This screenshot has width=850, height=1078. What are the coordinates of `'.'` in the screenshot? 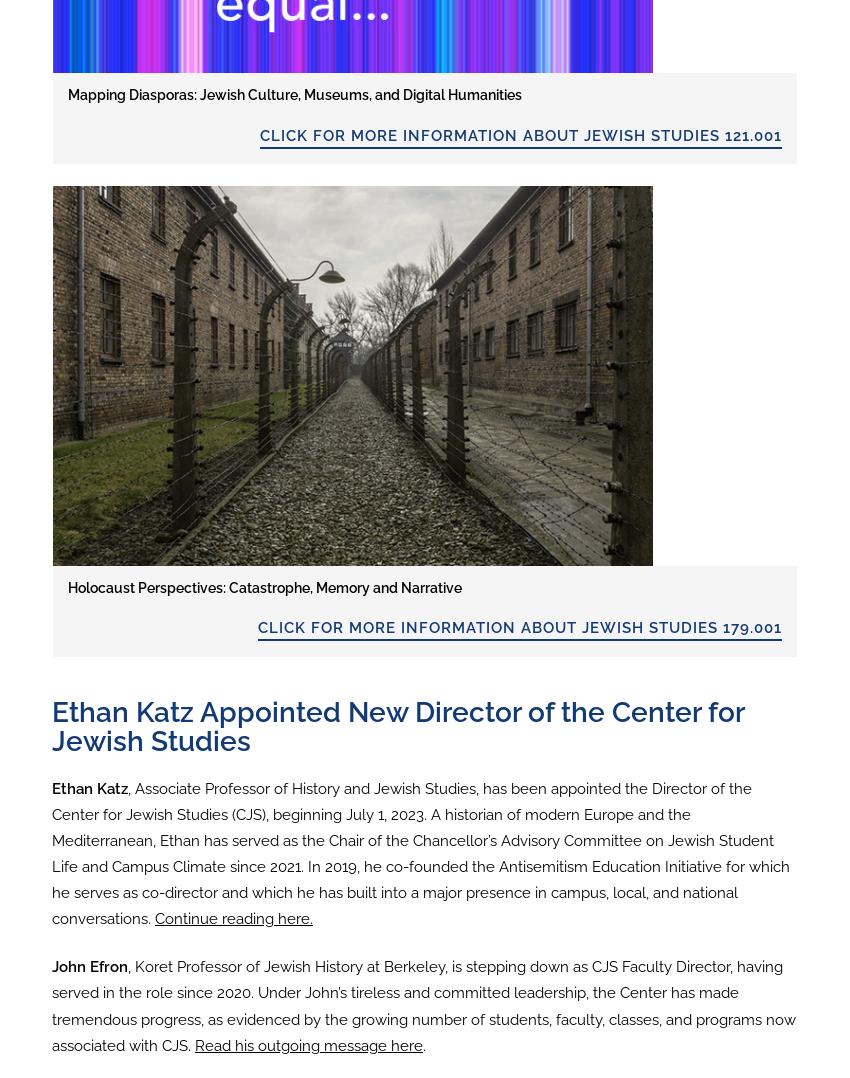 It's located at (424, 1045).